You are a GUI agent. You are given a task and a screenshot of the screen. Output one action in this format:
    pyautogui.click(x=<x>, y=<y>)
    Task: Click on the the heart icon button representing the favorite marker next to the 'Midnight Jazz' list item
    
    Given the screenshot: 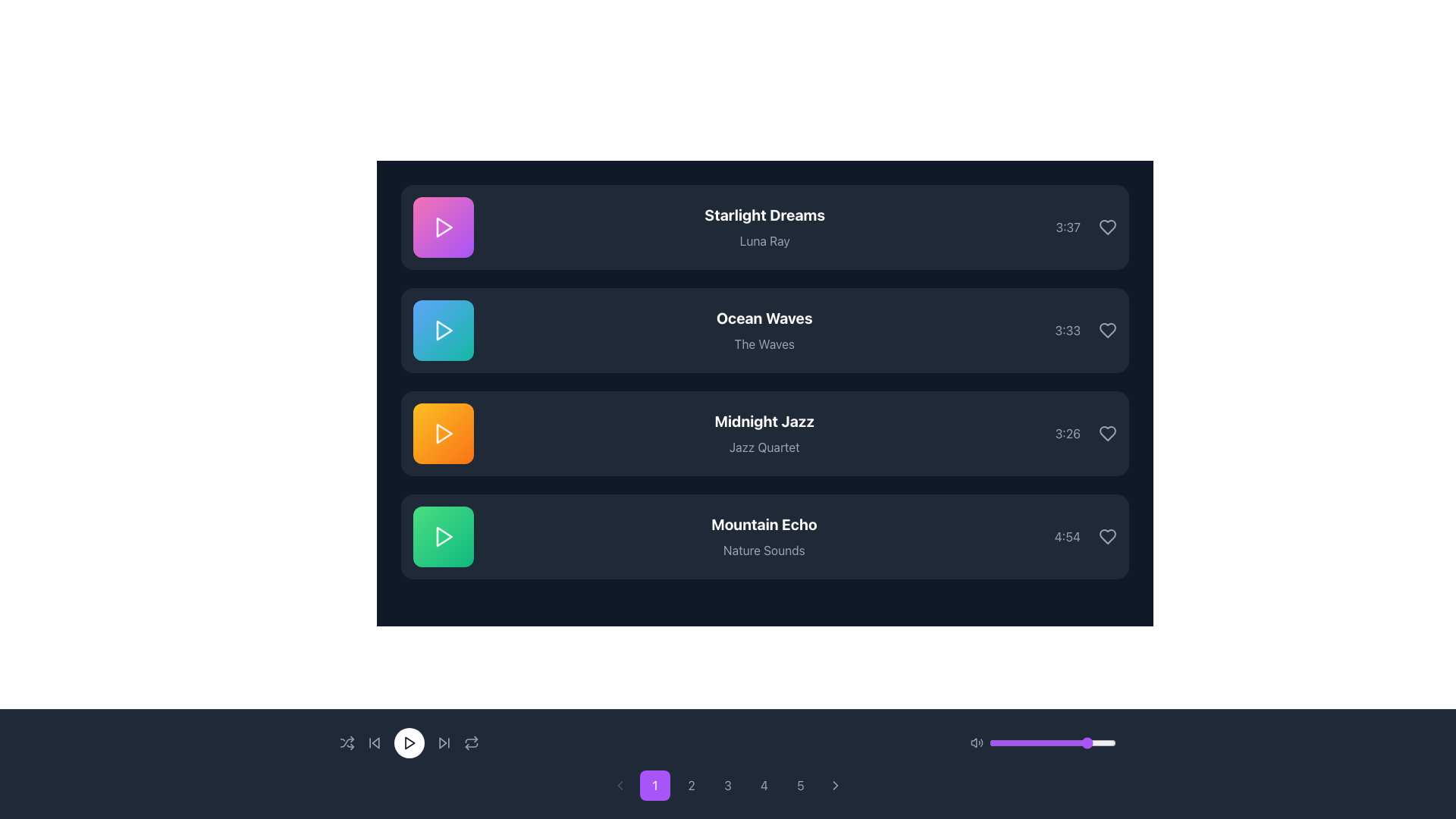 What is the action you would take?
    pyautogui.click(x=1107, y=433)
    